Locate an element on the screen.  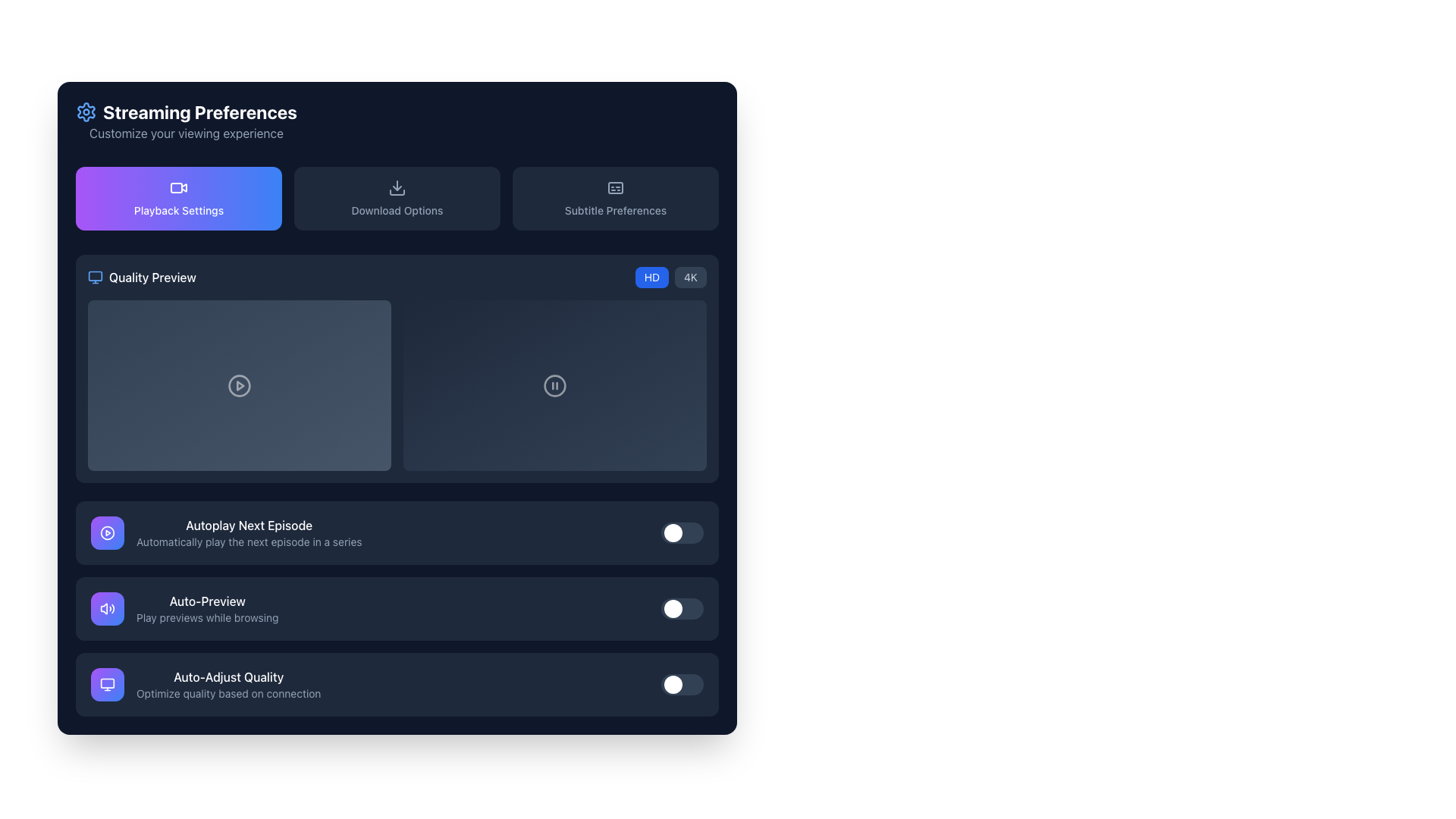
the button labeled '4K' located in the top-right section of the 'Quality Preview' area is located at coordinates (690, 278).